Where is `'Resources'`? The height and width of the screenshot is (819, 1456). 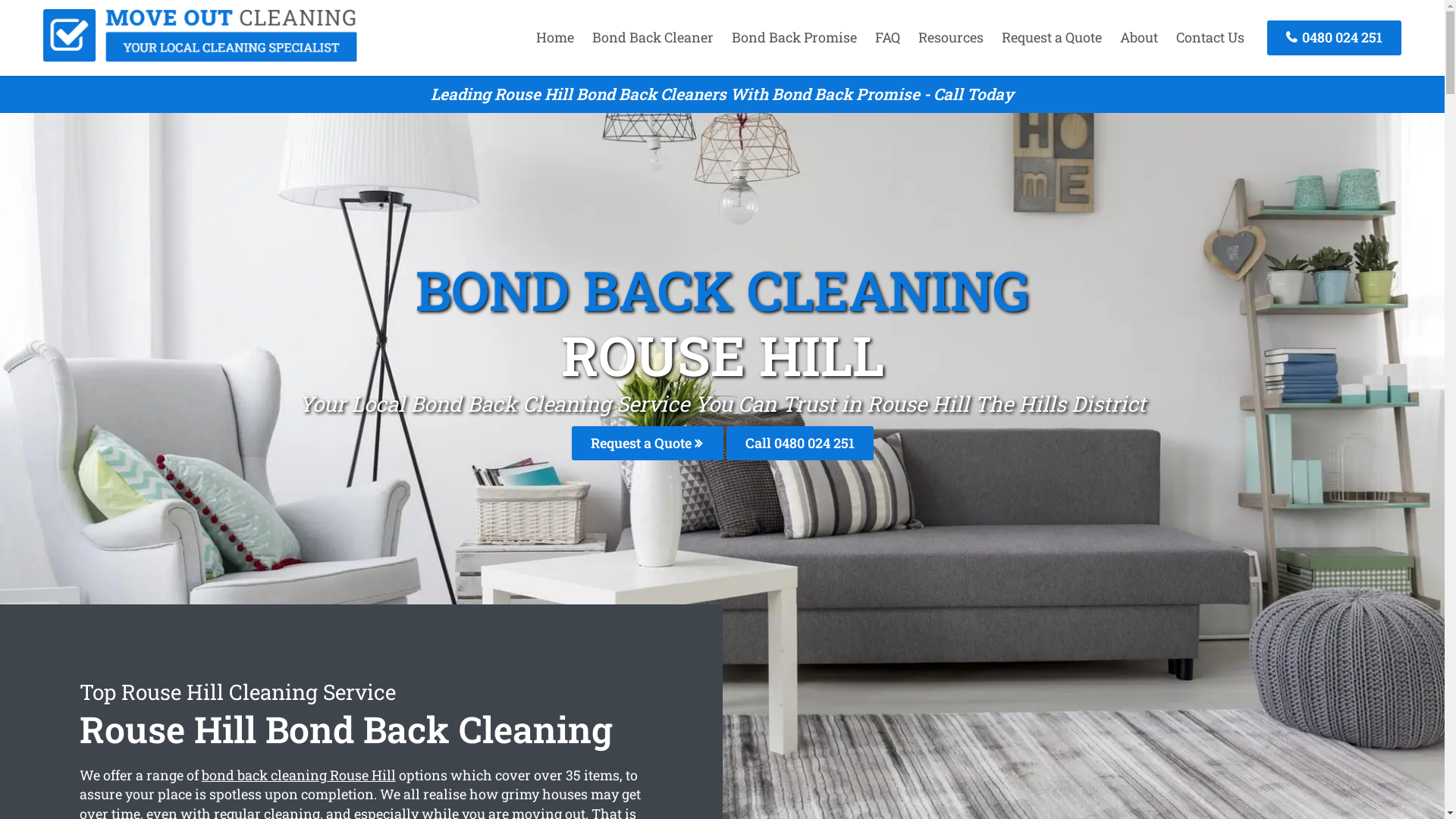 'Resources' is located at coordinates (949, 36).